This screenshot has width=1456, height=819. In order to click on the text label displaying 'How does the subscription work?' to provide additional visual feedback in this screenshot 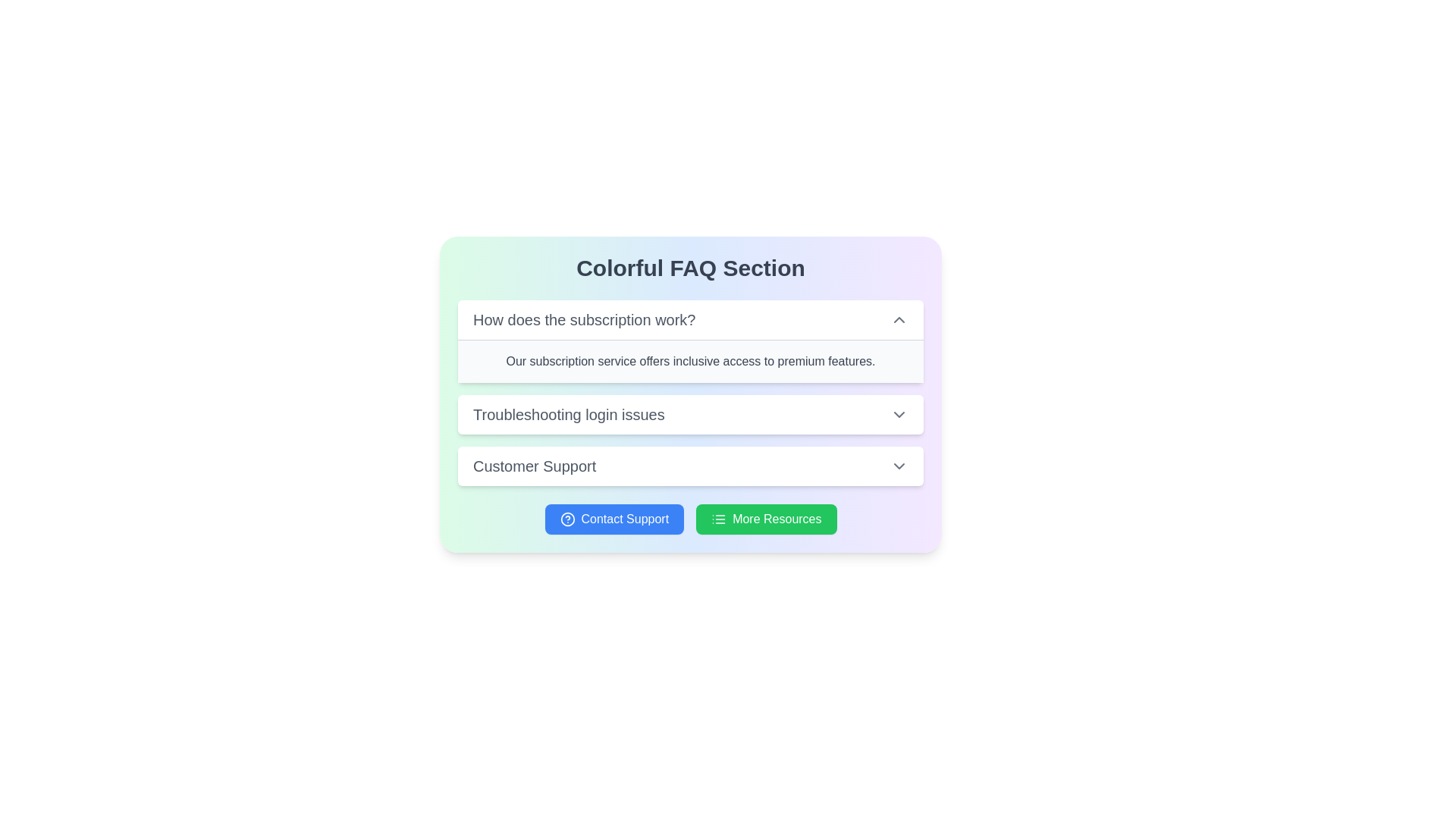, I will do `click(583, 318)`.